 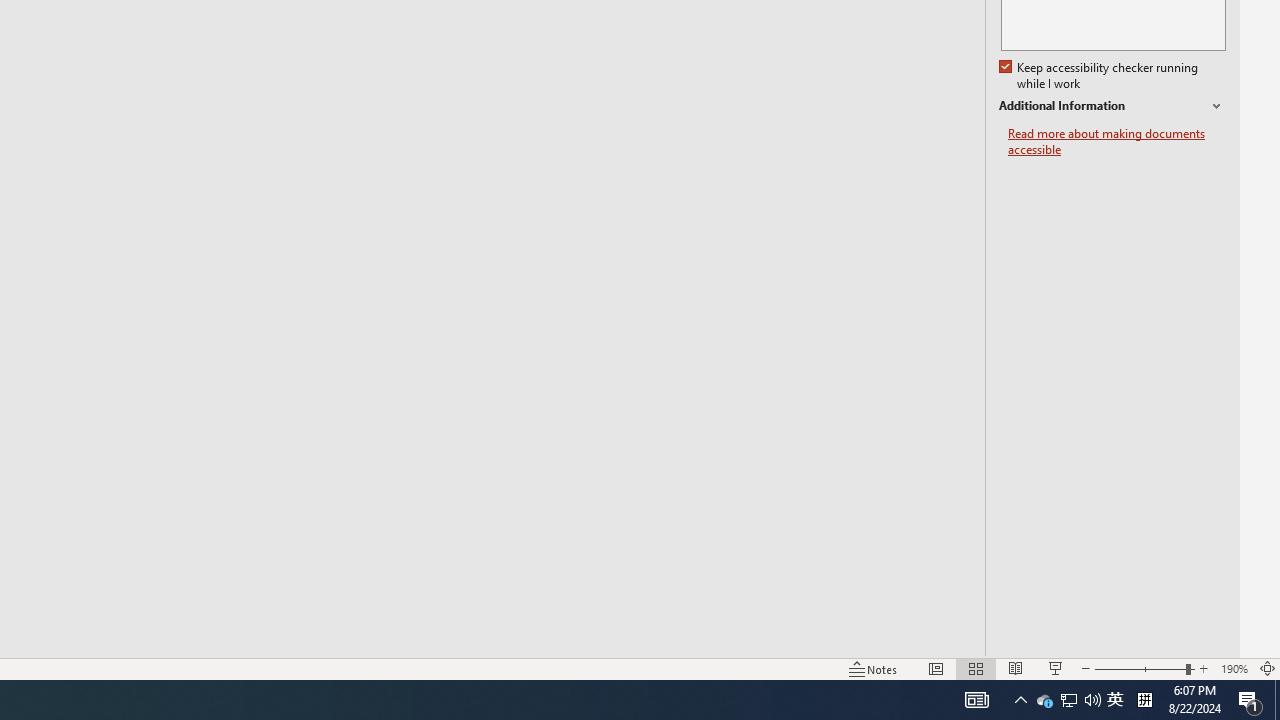 I want to click on 'Read more about making documents accessible', so click(x=1116, y=141).